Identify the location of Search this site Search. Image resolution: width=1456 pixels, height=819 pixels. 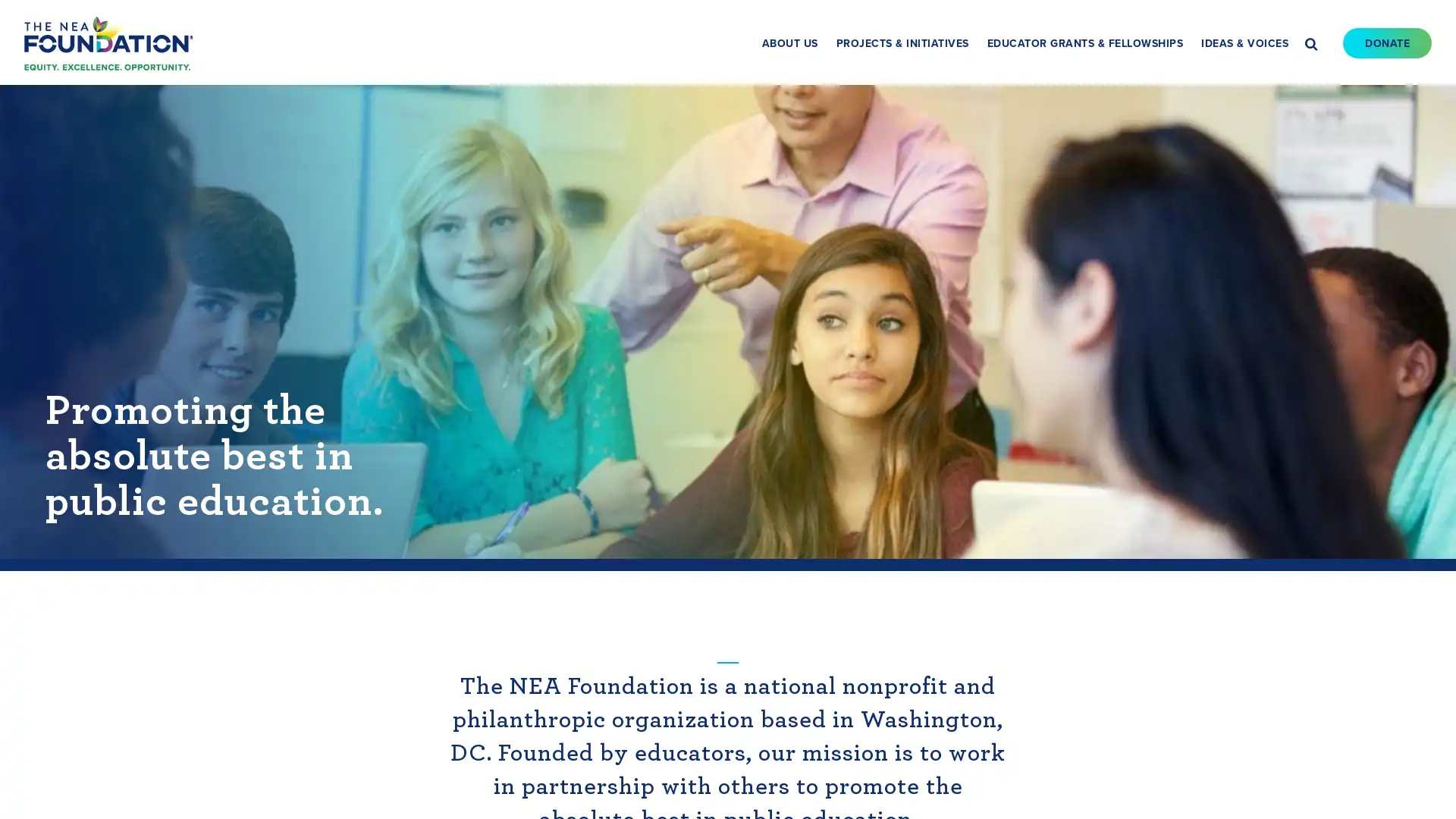
(1307, 45).